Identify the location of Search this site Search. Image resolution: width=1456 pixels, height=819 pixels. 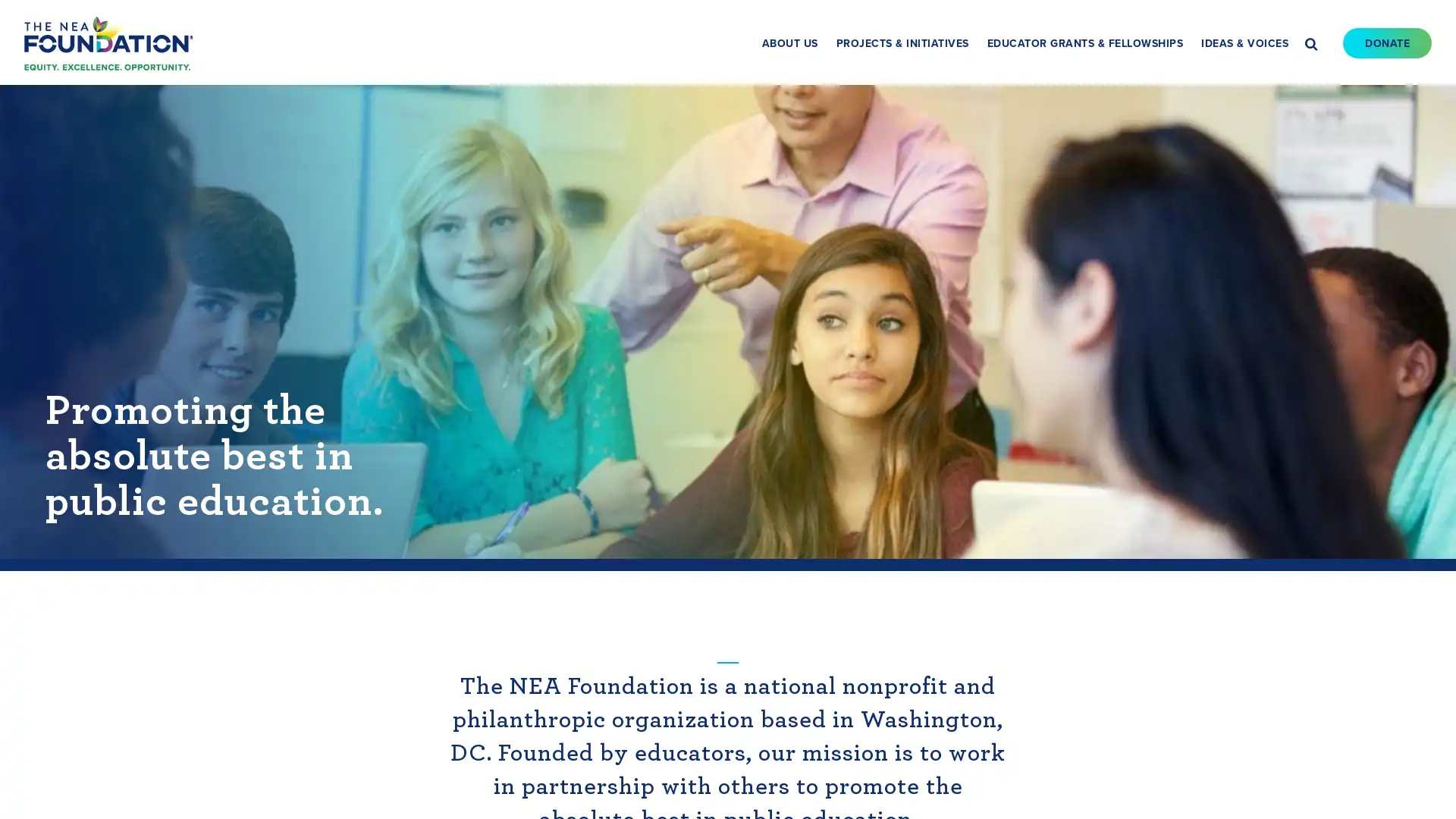
(1307, 45).